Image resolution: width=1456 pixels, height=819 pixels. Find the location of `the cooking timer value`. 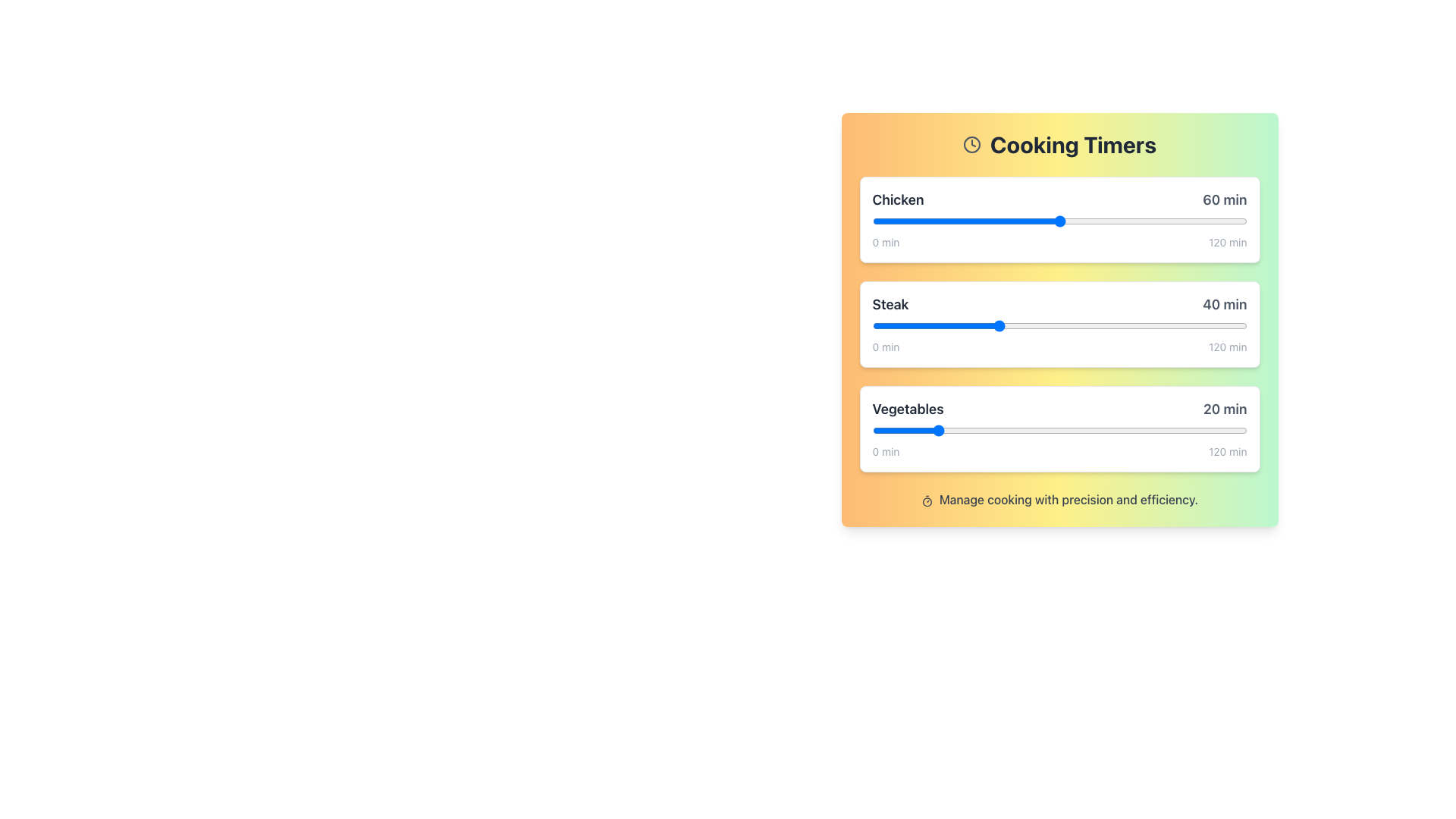

the cooking timer value is located at coordinates (924, 221).